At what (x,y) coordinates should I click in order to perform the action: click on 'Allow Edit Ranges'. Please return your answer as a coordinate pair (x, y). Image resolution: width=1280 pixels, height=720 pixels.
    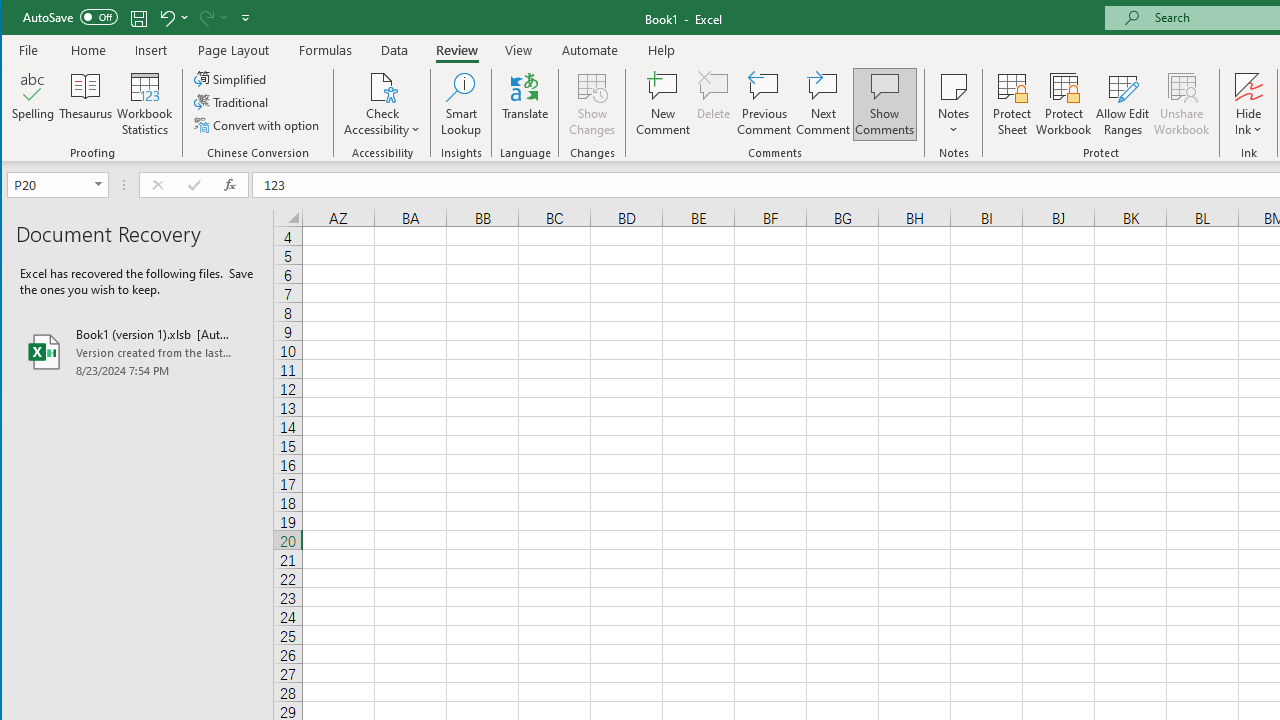
    Looking at the image, I should click on (1123, 104).